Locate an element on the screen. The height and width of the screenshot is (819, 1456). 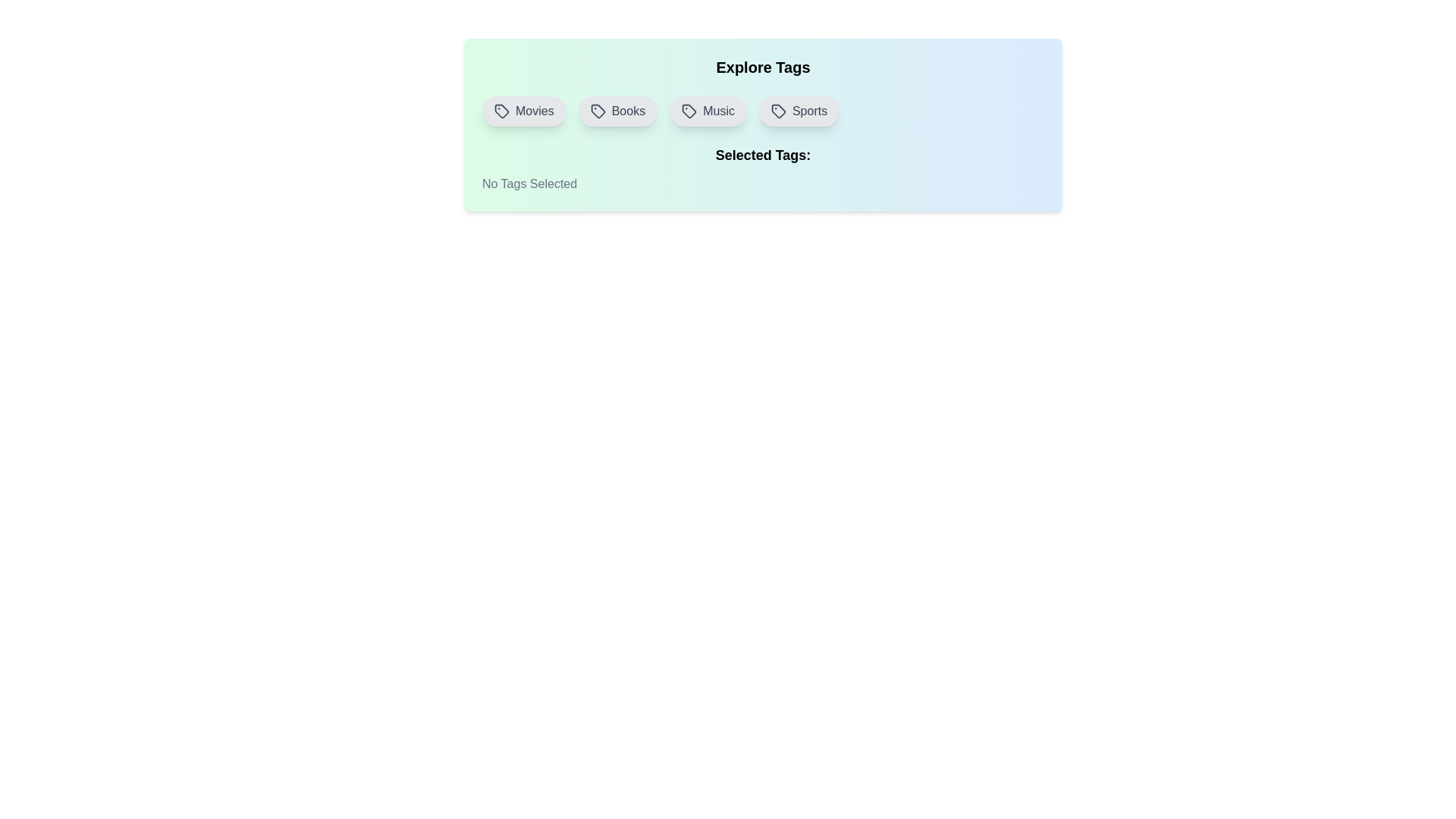
the SVG tag icon resembling a price label in the 'Explore Tags' section, which is the second icon from the left is located at coordinates (597, 110).